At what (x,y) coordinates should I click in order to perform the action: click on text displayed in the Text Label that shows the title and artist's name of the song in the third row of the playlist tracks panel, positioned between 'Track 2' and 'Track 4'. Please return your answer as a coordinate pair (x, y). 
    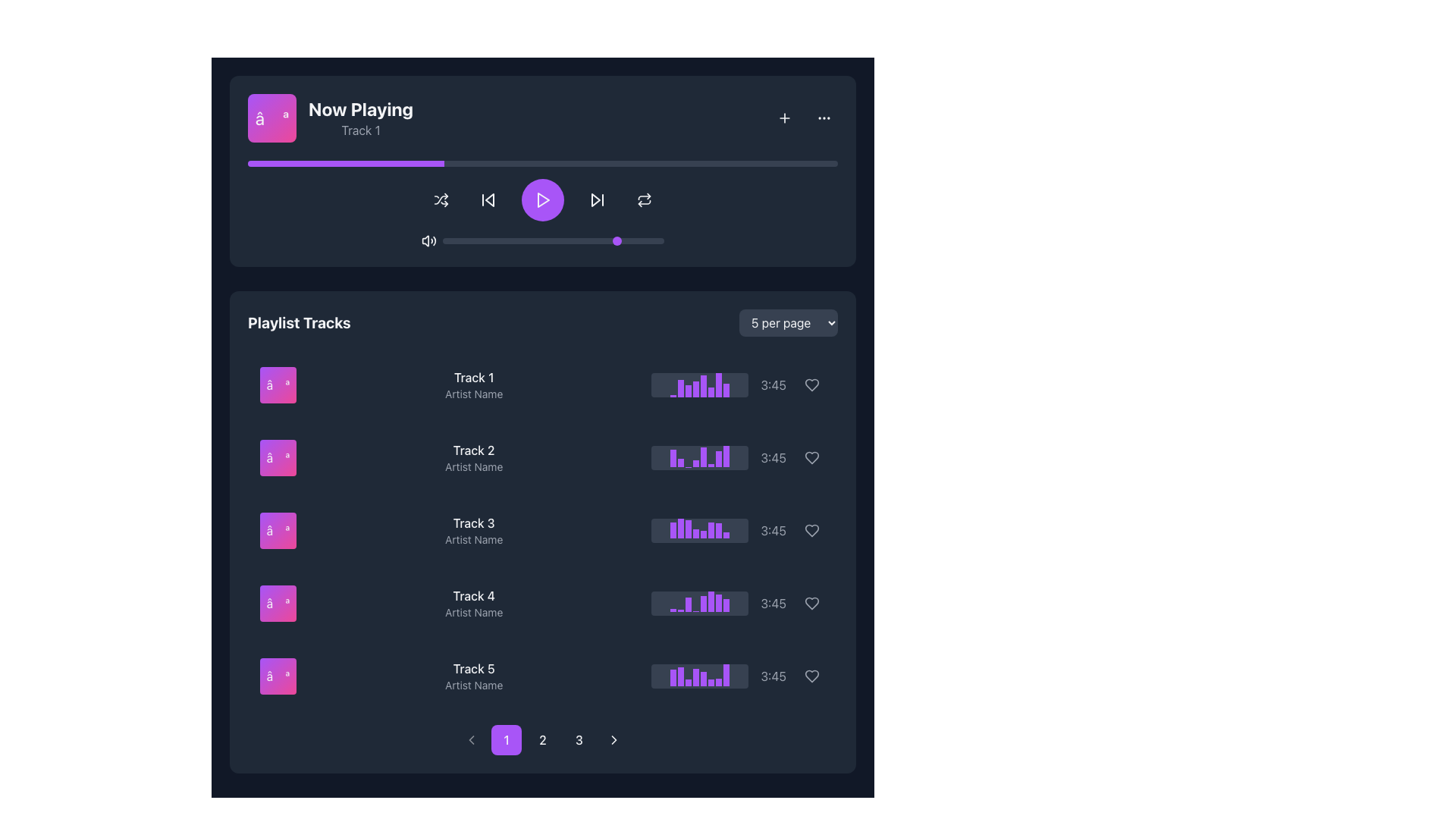
    Looking at the image, I should click on (473, 529).